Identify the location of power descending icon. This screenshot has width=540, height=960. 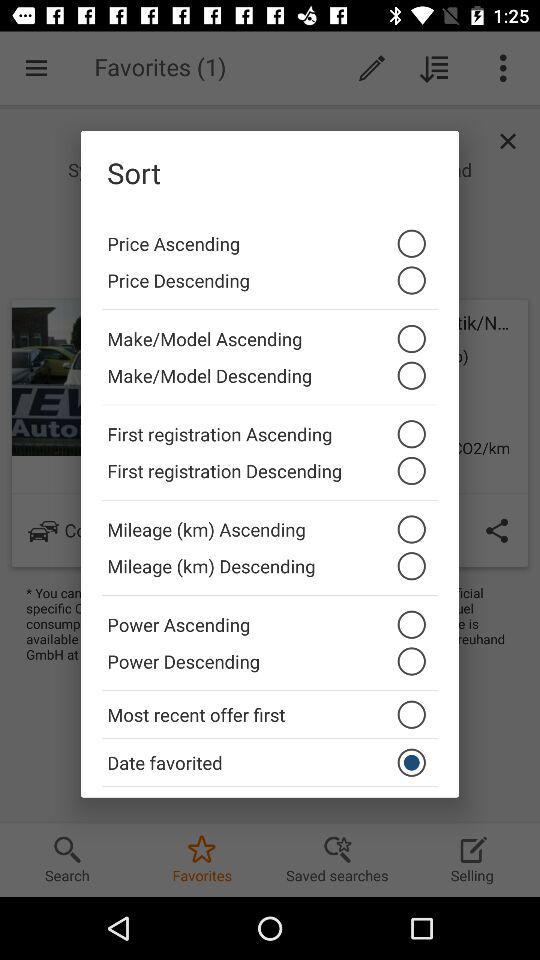
(270, 666).